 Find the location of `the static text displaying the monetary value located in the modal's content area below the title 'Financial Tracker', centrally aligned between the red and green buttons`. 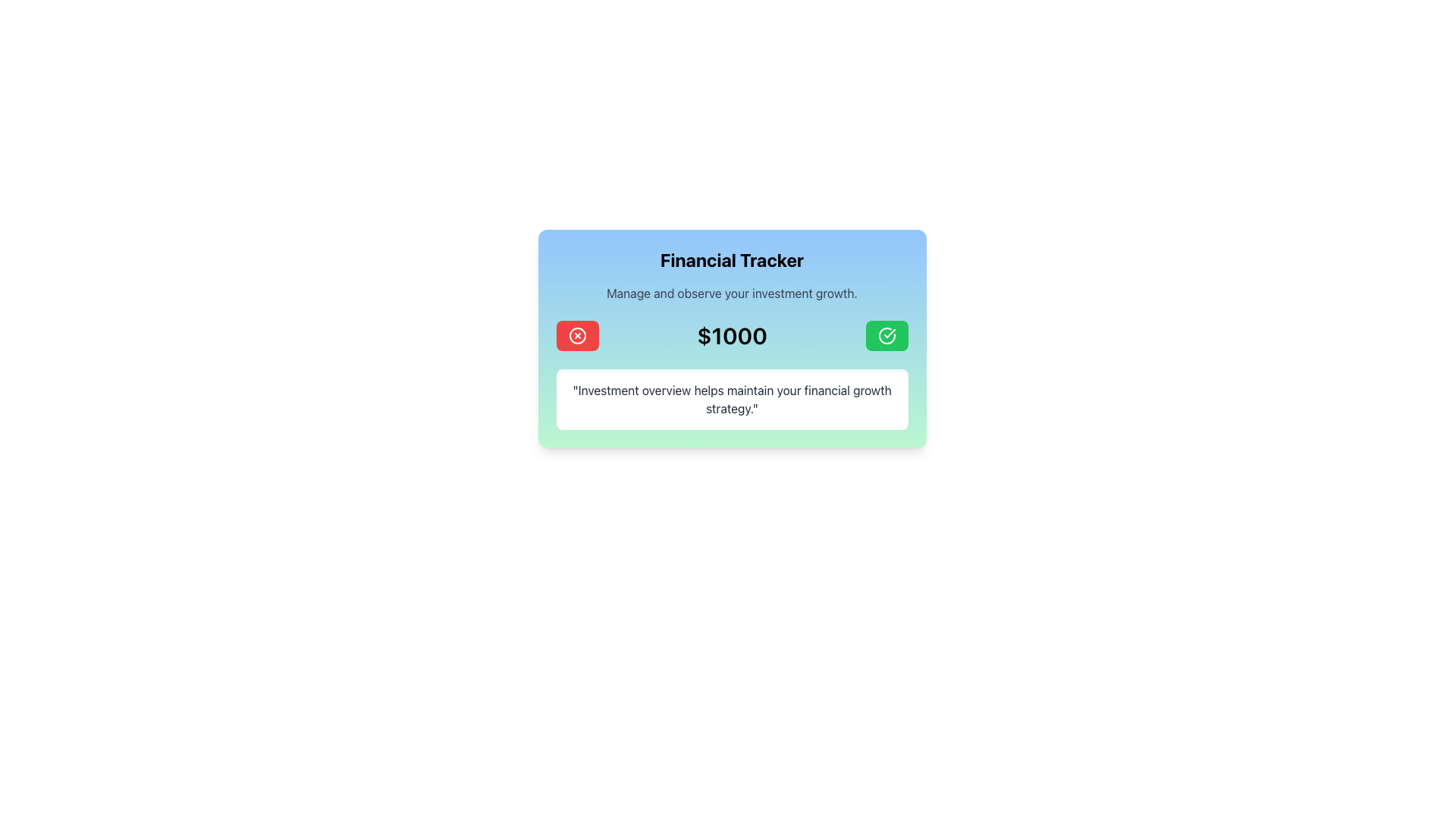

the static text displaying the monetary value located in the modal's content area below the title 'Financial Tracker', centrally aligned between the red and green buttons is located at coordinates (732, 335).